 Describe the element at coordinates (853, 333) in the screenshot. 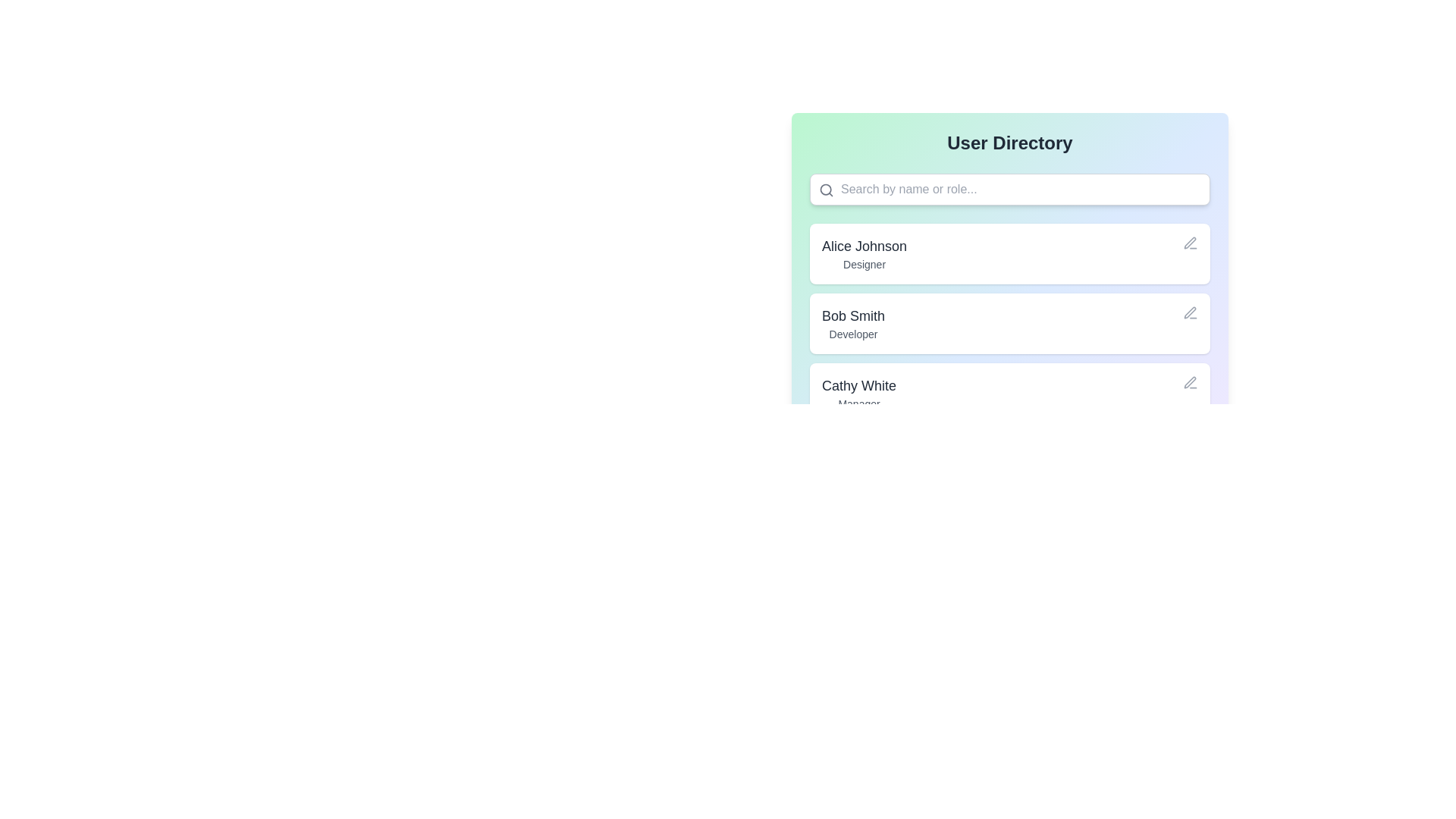

I see `the Static text label displaying 'Developer', which is located beneath the 'Bob Smith' text in the User Directory layout` at that location.